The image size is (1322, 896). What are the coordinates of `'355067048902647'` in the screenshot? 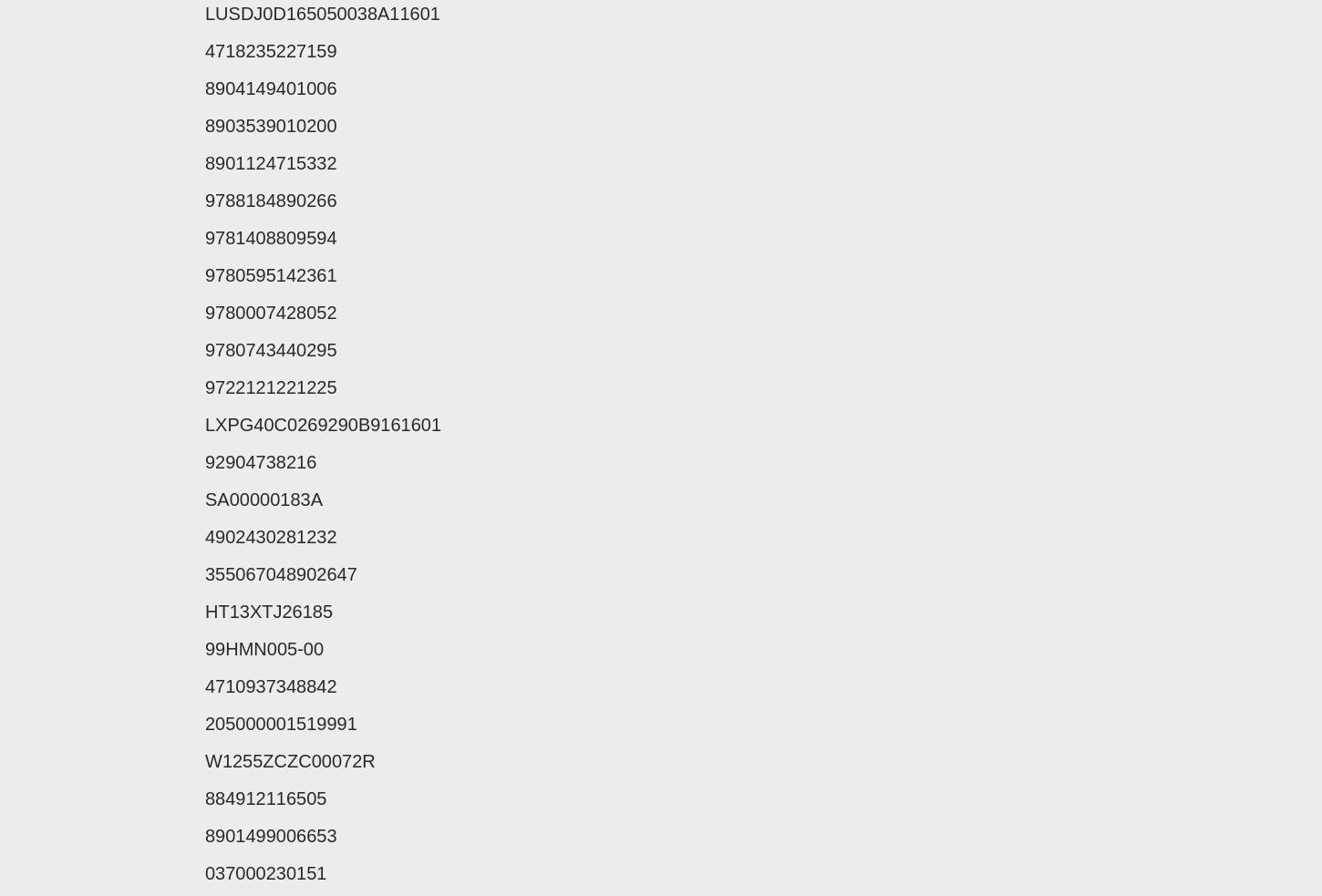 It's located at (280, 574).